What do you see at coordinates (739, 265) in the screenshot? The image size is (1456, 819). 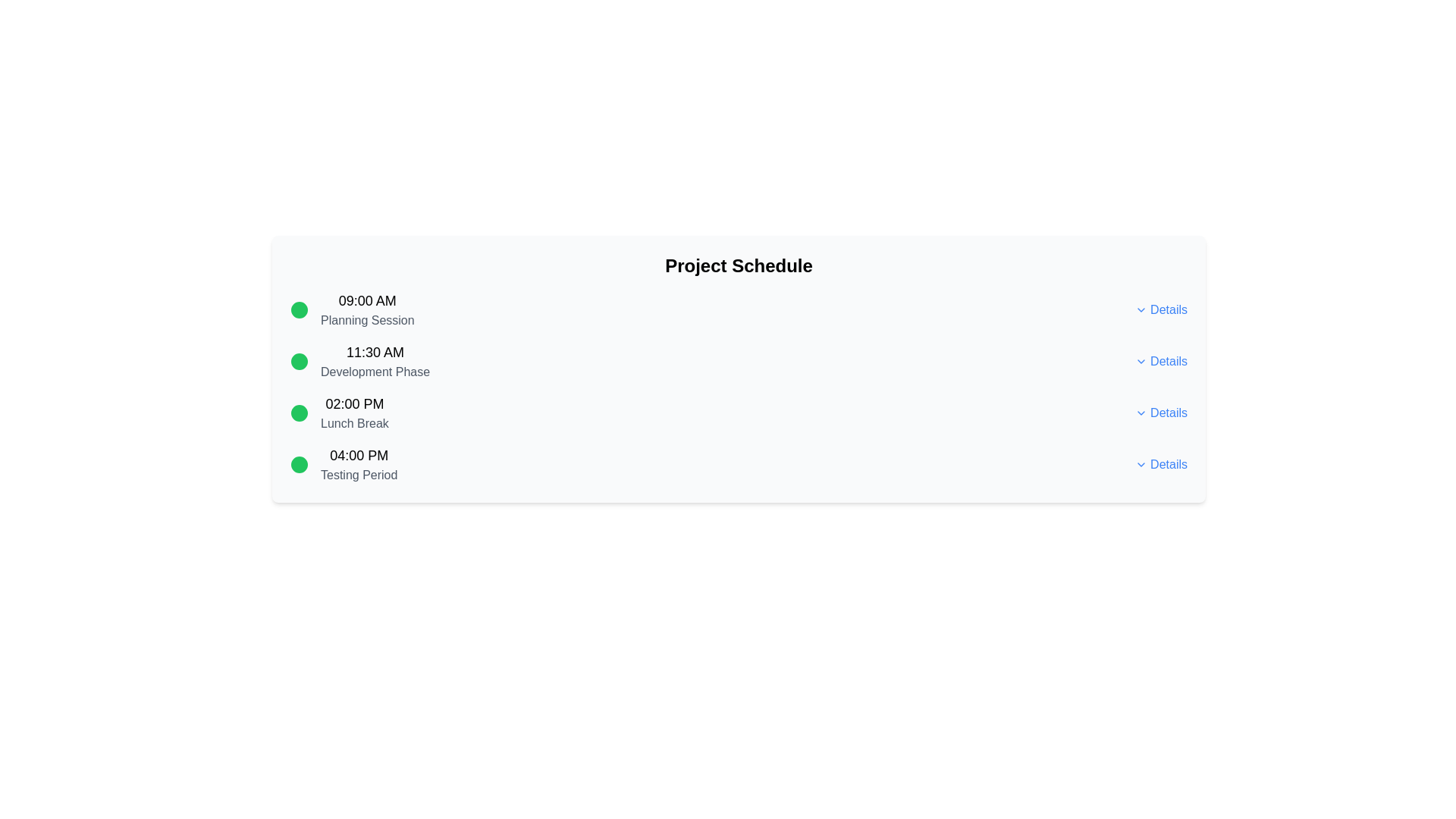 I see `the 'Project Schedule' text label, which is a bold heading centrally aligned at the top of the schedule panel` at bounding box center [739, 265].